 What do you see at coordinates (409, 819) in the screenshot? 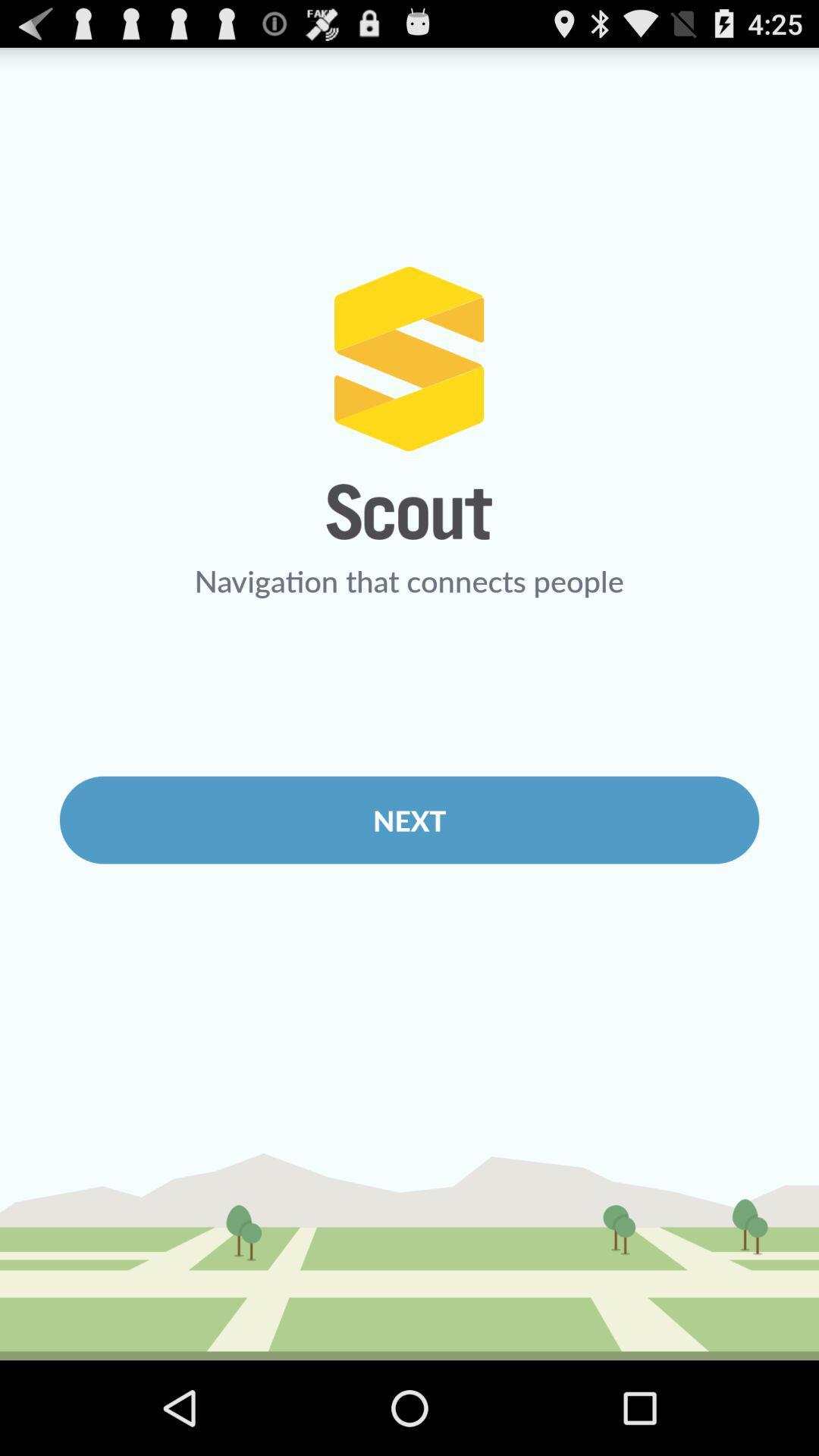
I see `the icon below the navigation that connects` at bounding box center [409, 819].